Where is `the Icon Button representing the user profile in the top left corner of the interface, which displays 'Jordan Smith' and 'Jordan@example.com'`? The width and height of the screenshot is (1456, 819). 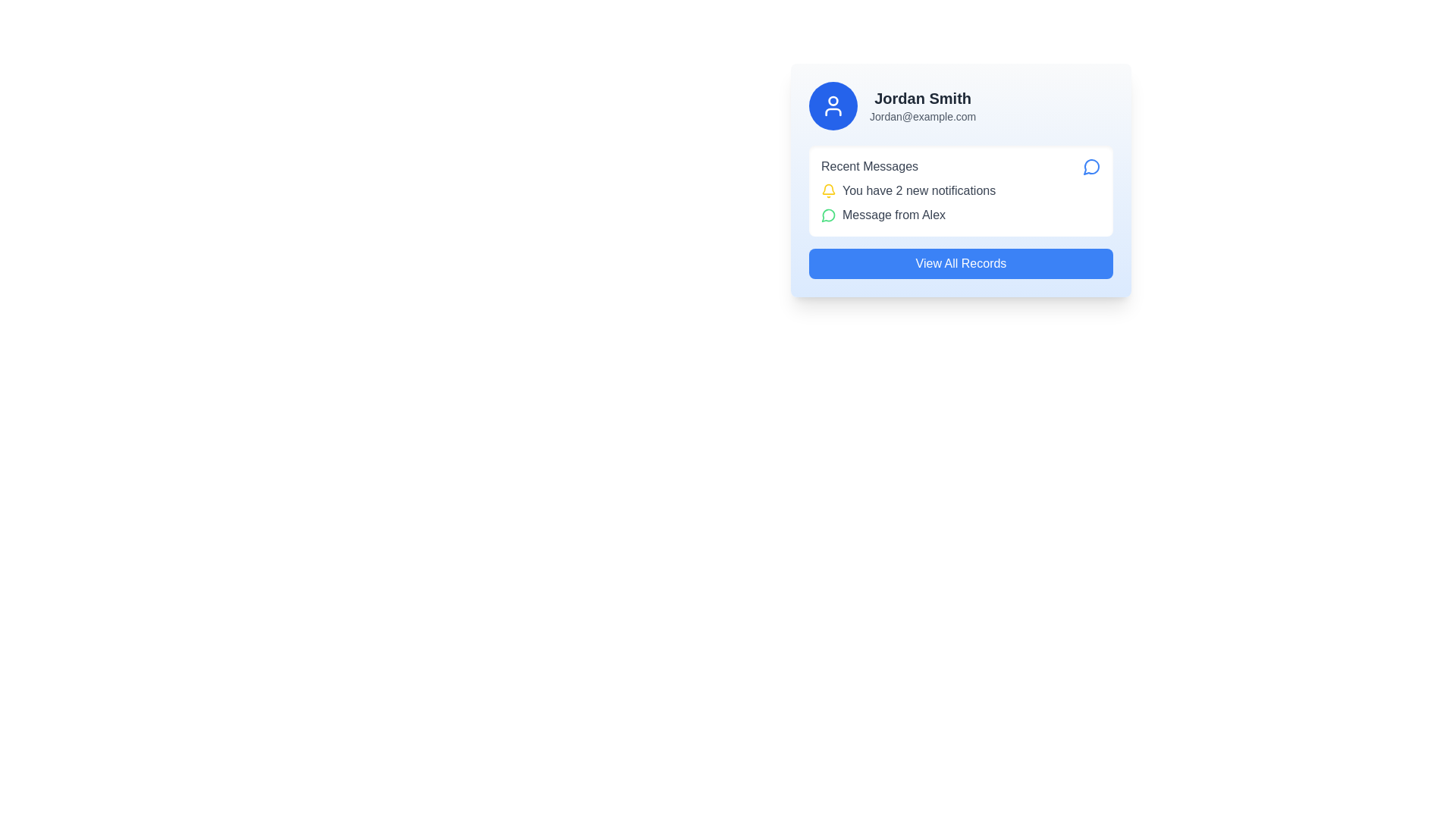 the Icon Button representing the user profile in the top left corner of the interface, which displays 'Jordan Smith' and 'Jordan@example.com' is located at coordinates (833, 105).